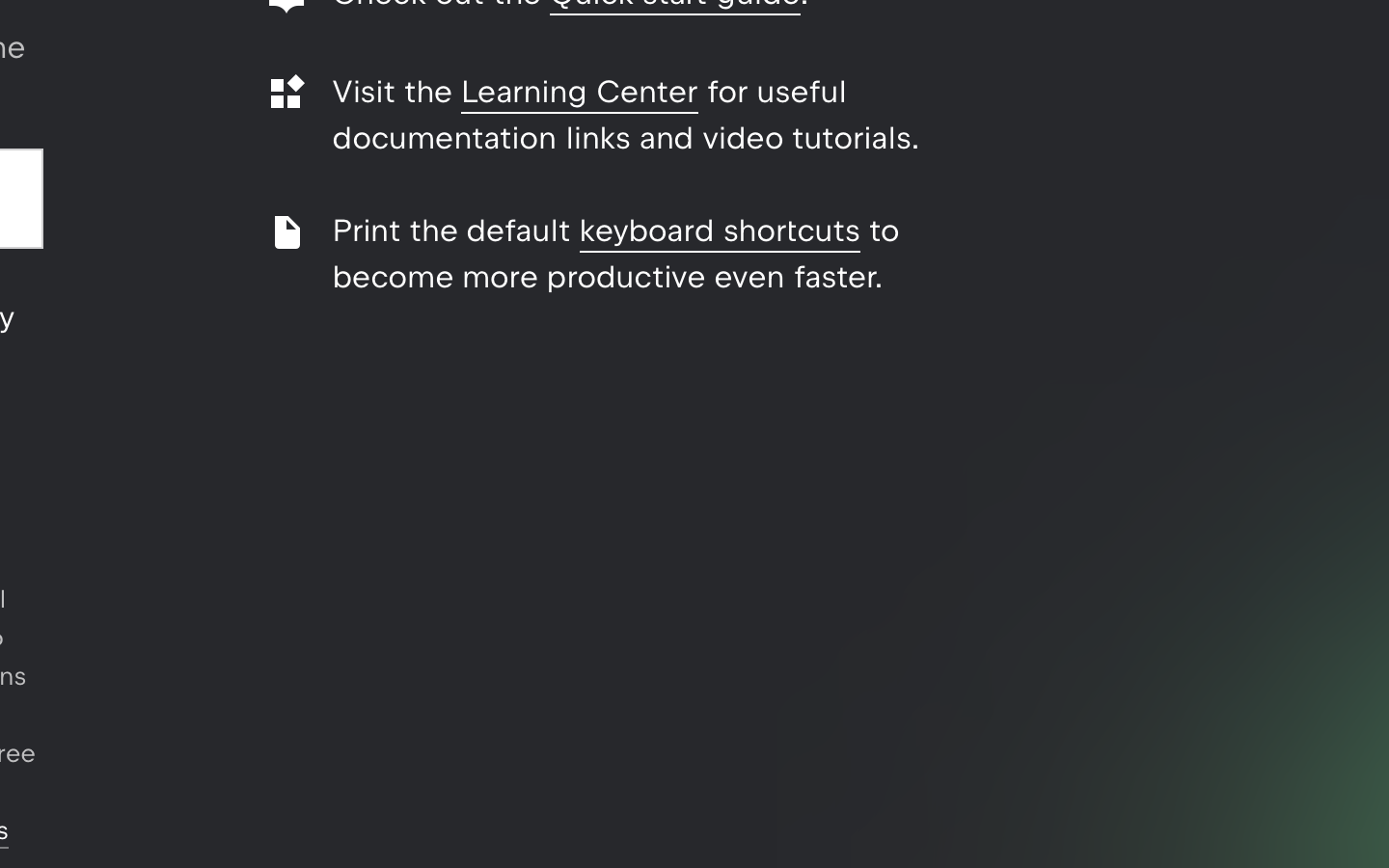  What do you see at coordinates (456, 230) in the screenshot?
I see `'Print the default'` at bounding box center [456, 230].